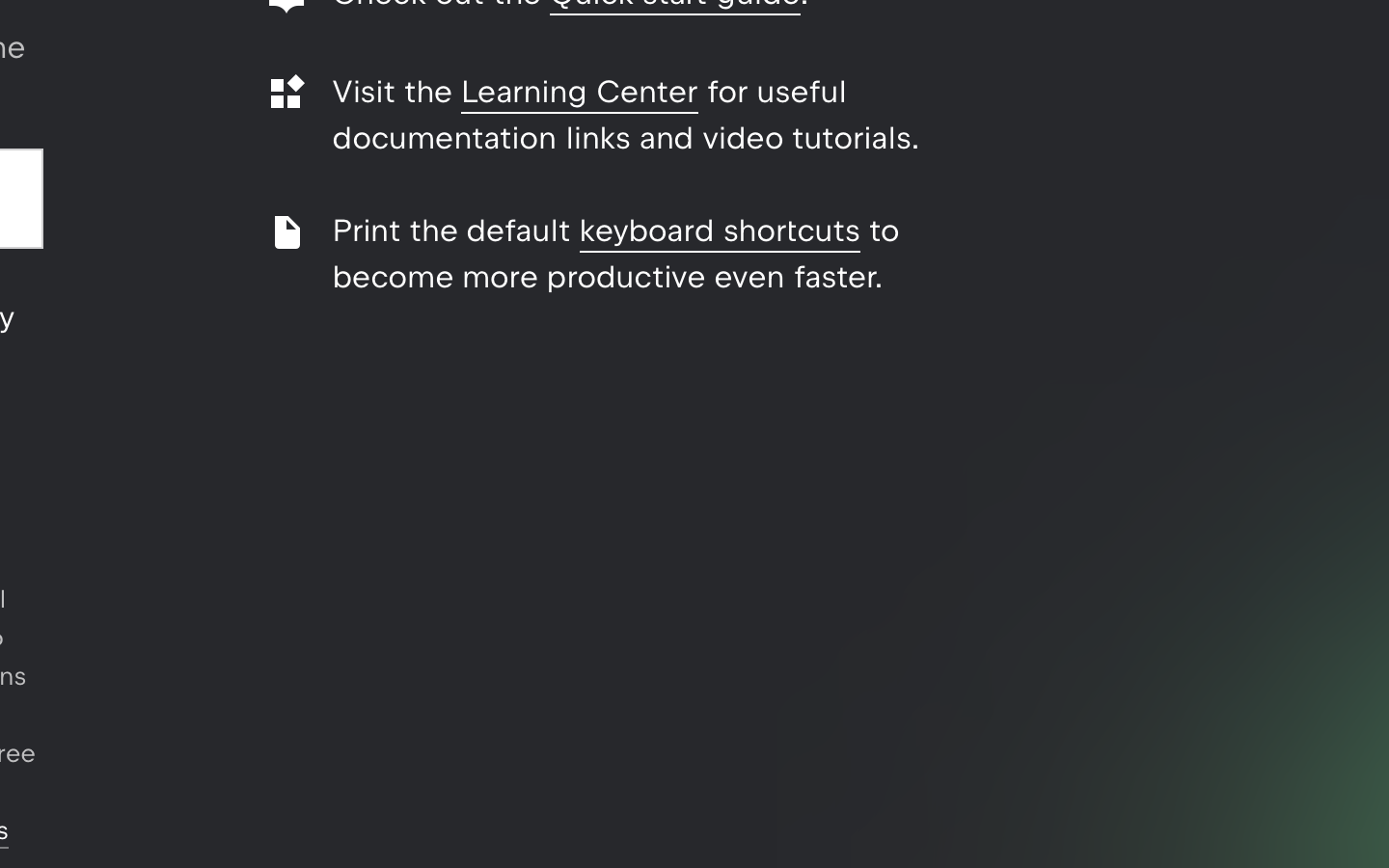  What do you see at coordinates (456, 230) in the screenshot?
I see `'Print the default'` at bounding box center [456, 230].